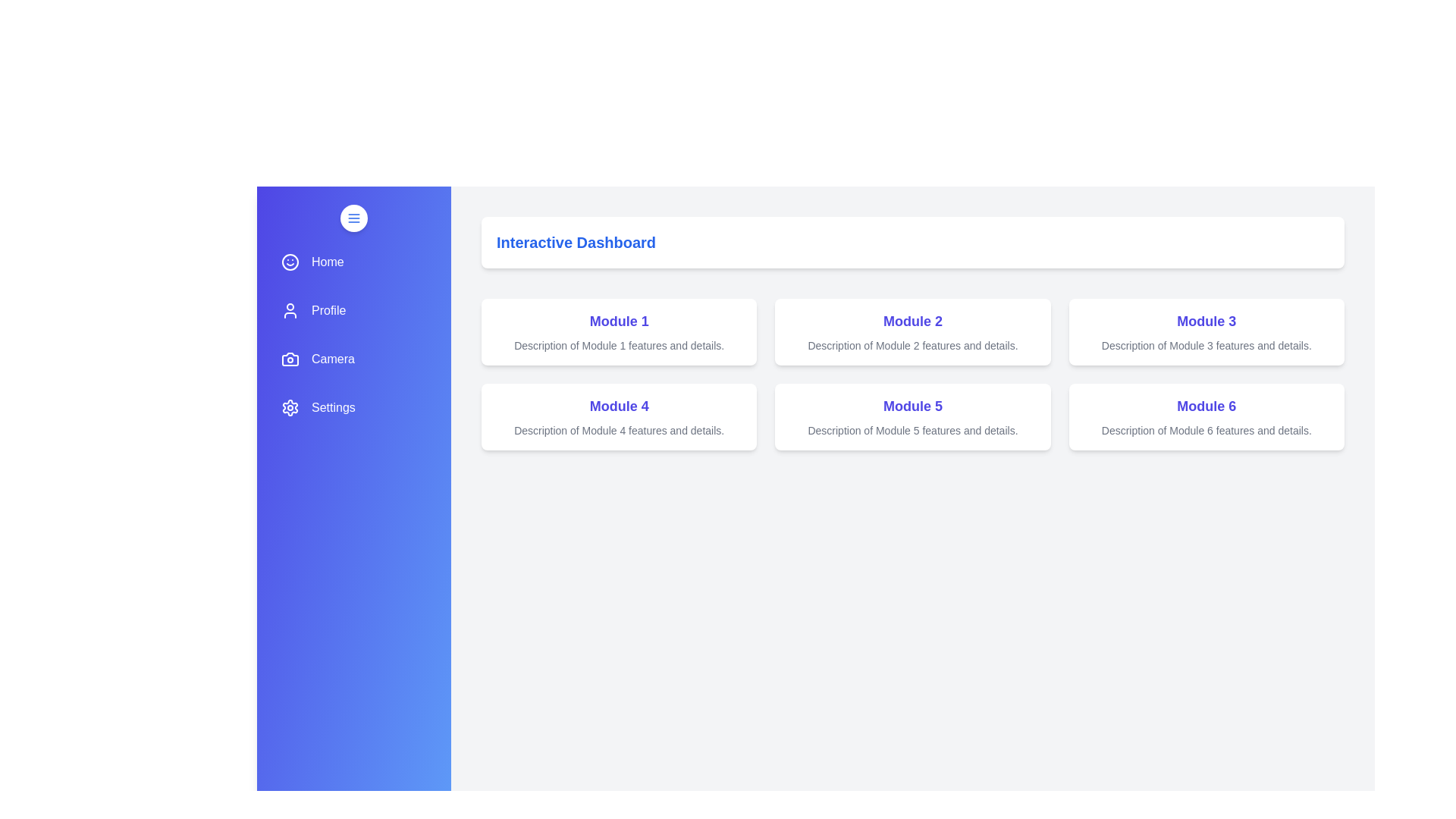 This screenshot has height=819, width=1456. I want to click on the active settings icon, which is a blue gear symbol located in the navigation menu, positioned to the left of the 'Settings' text, so click(290, 406).